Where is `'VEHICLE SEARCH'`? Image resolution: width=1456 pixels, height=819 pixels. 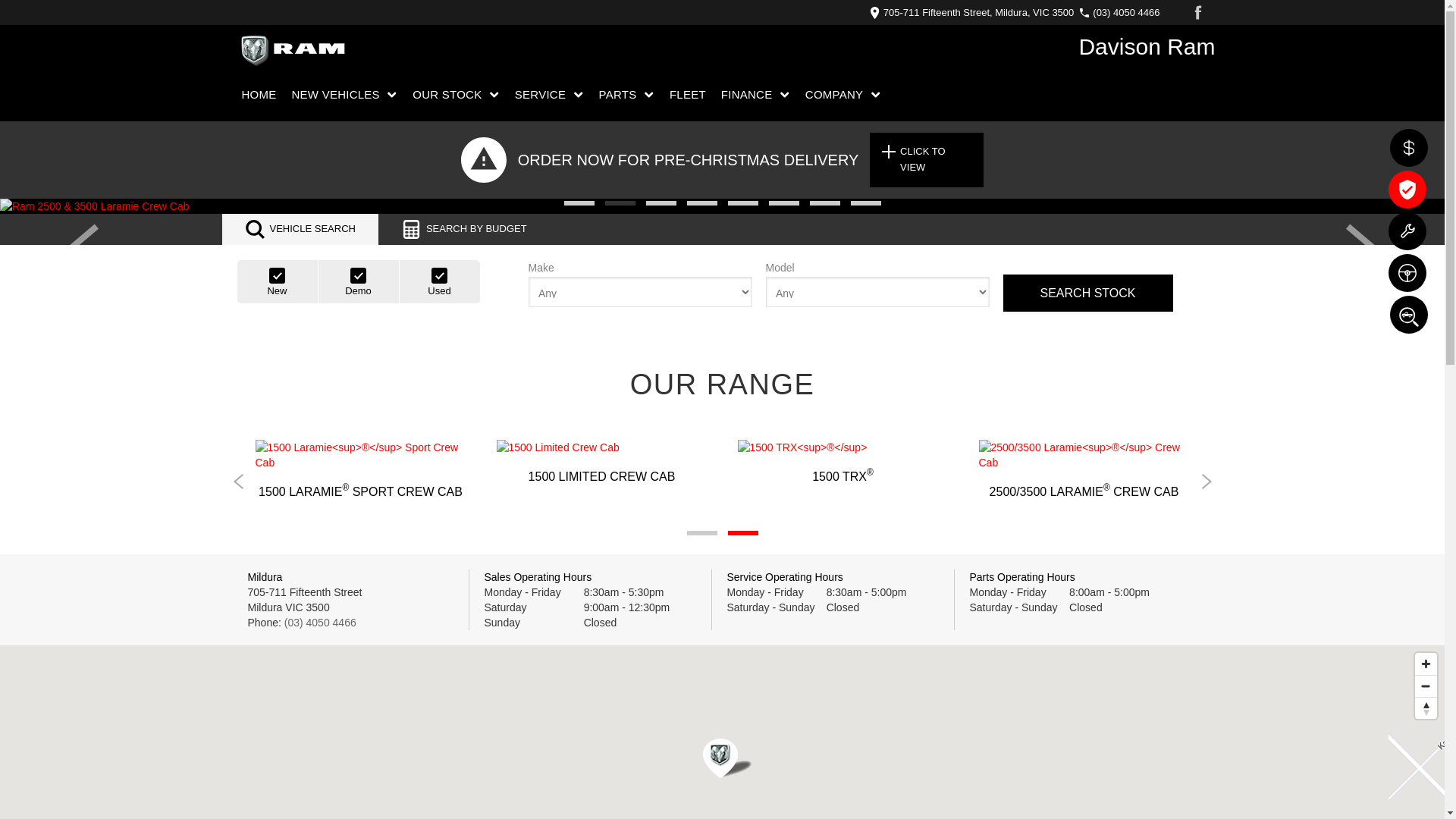
'VEHICLE SEARCH' is located at coordinates (299, 229).